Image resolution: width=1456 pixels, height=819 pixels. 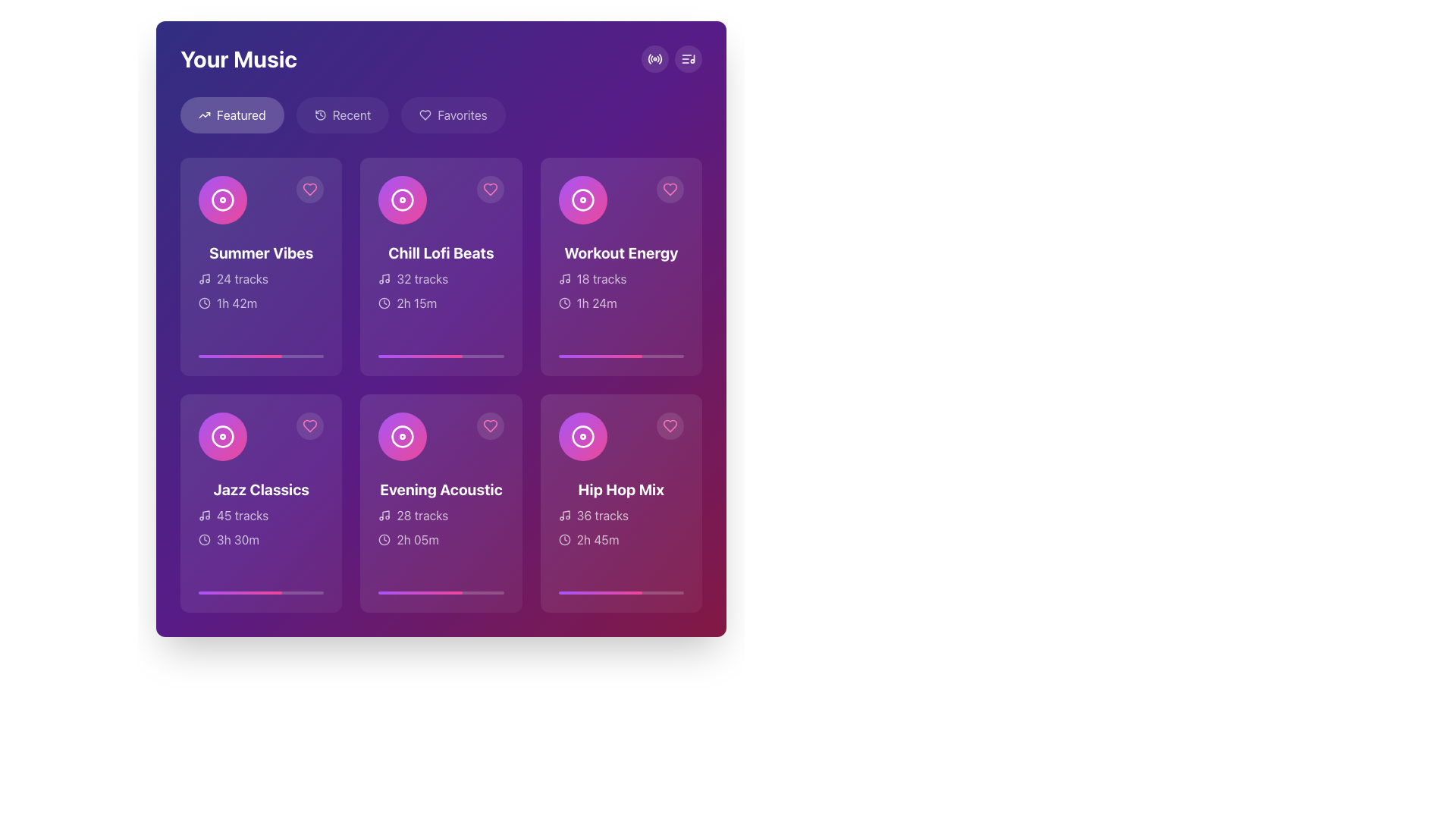 What do you see at coordinates (384, 303) in the screenshot?
I see `the clock icon located to the left of the '2h 15m' text within the 'Chill Lofi Beats' card in the second column of the top row` at bounding box center [384, 303].